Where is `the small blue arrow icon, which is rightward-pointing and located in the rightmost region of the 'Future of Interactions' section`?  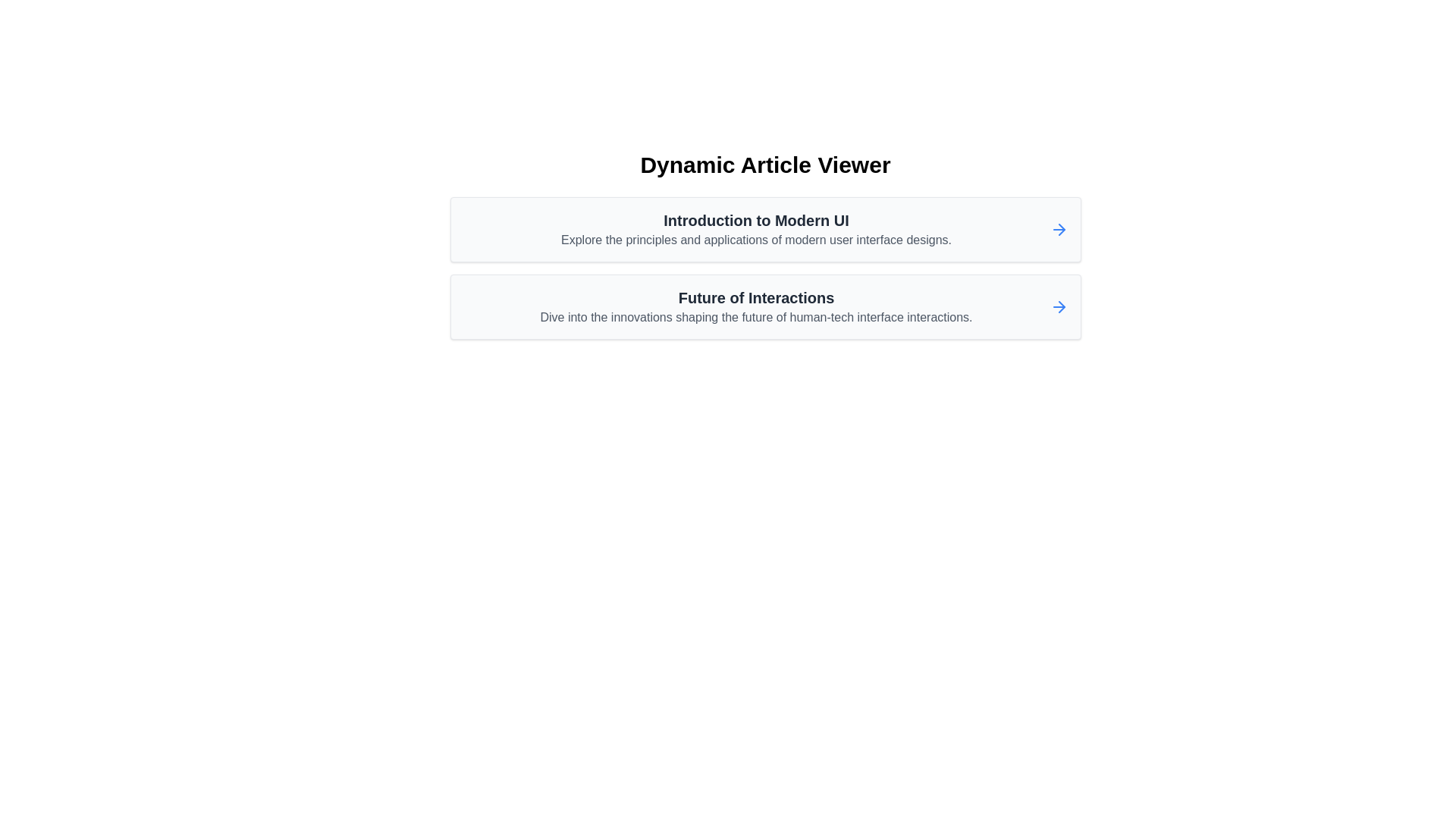 the small blue arrow icon, which is rightward-pointing and located in the rightmost region of the 'Future of Interactions' section is located at coordinates (1058, 307).